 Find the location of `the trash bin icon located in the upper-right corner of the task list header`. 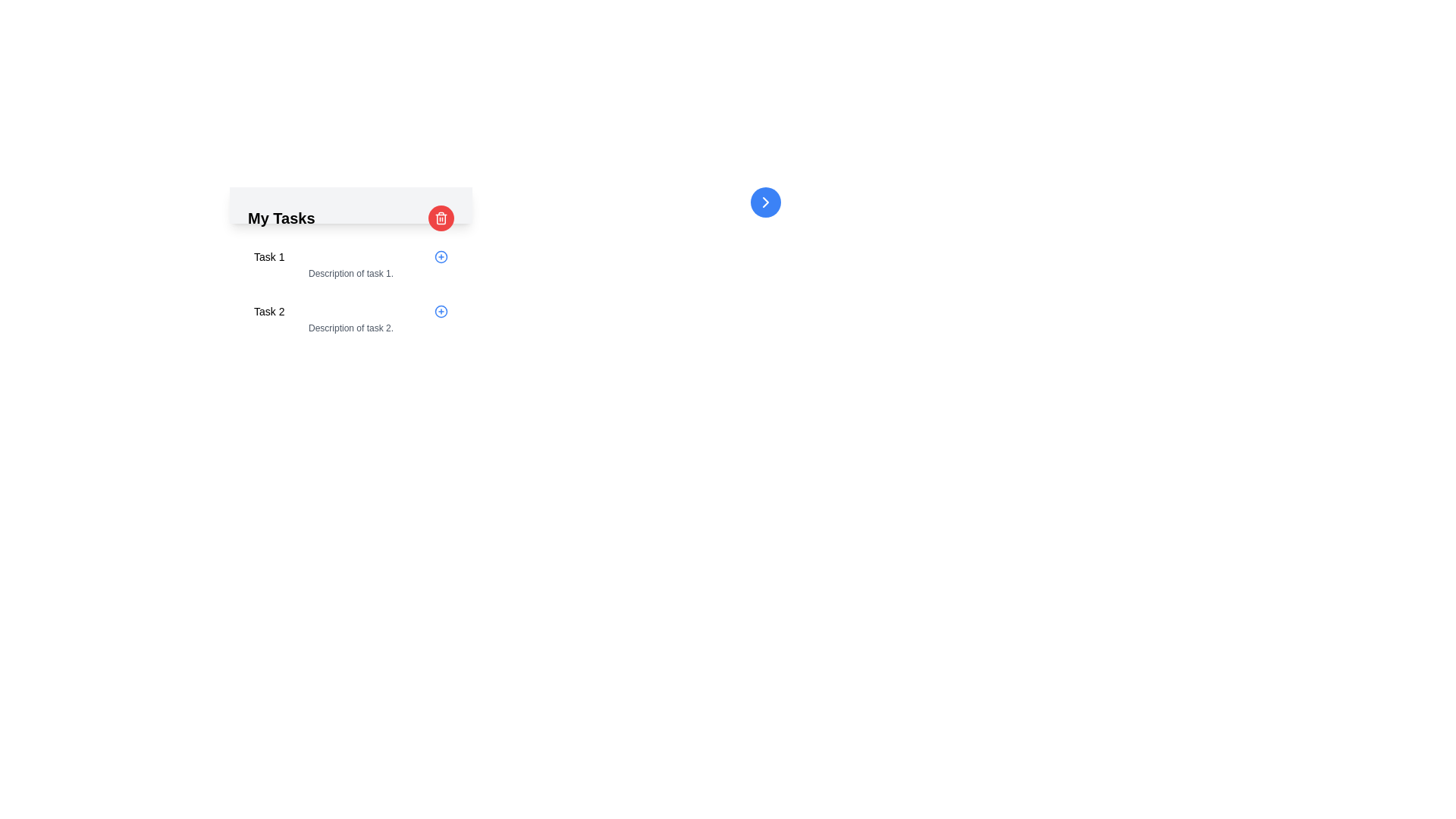

the trash bin icon located in the upper-right corner of the task list header is located at coordinates (440, 219).